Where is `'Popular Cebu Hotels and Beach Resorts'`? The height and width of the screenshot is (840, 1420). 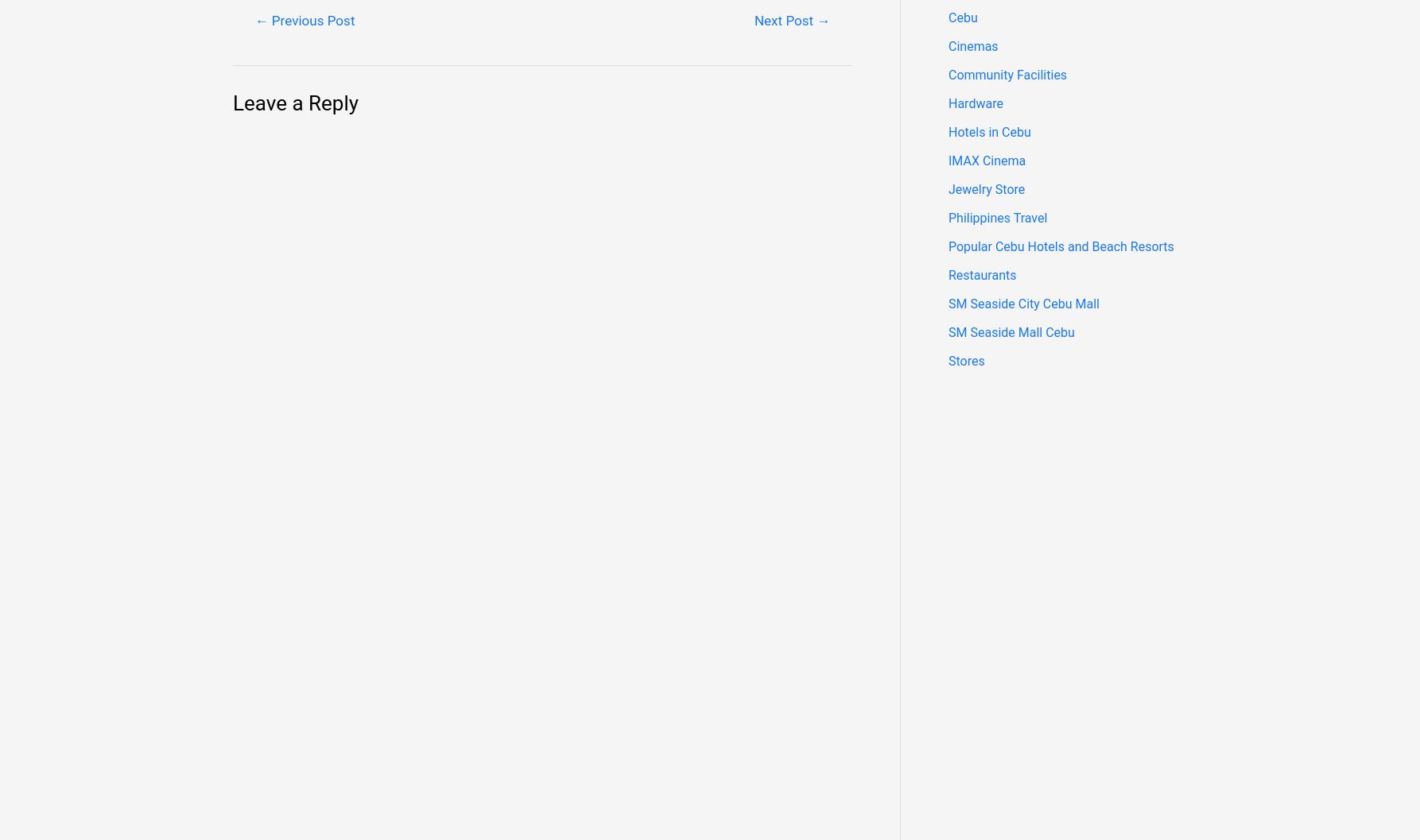 'Popular Cebu Hotels and Beach Resorts' is located at coordinates (1061, 246).